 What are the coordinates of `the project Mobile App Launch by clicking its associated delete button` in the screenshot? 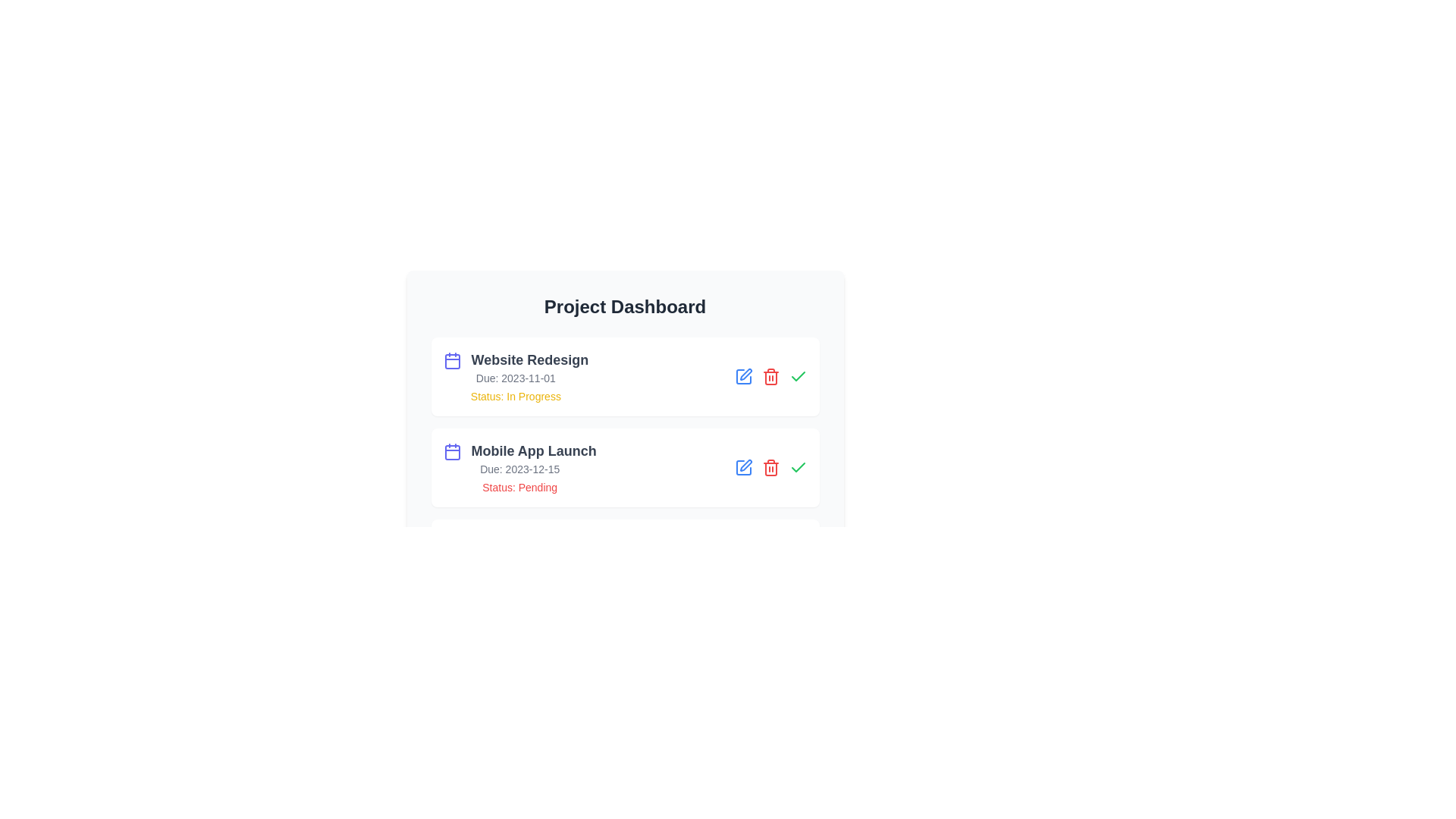 It's located at (770, 467).